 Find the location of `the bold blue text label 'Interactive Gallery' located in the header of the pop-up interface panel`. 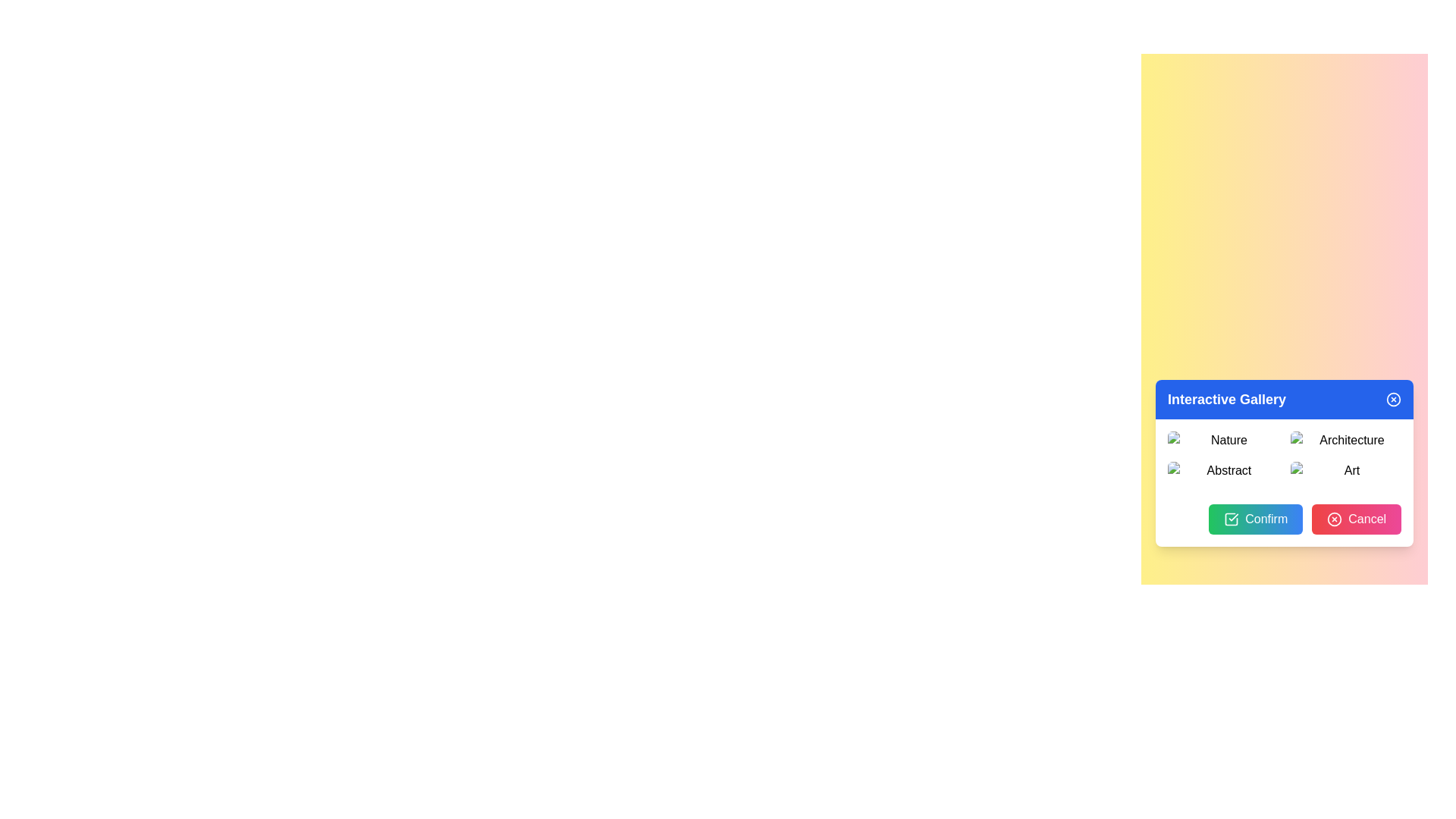

the bold blue text label 'Interactive Gallery' located in the header of the pop-up interface panel is located at coordinates (1226, 399).